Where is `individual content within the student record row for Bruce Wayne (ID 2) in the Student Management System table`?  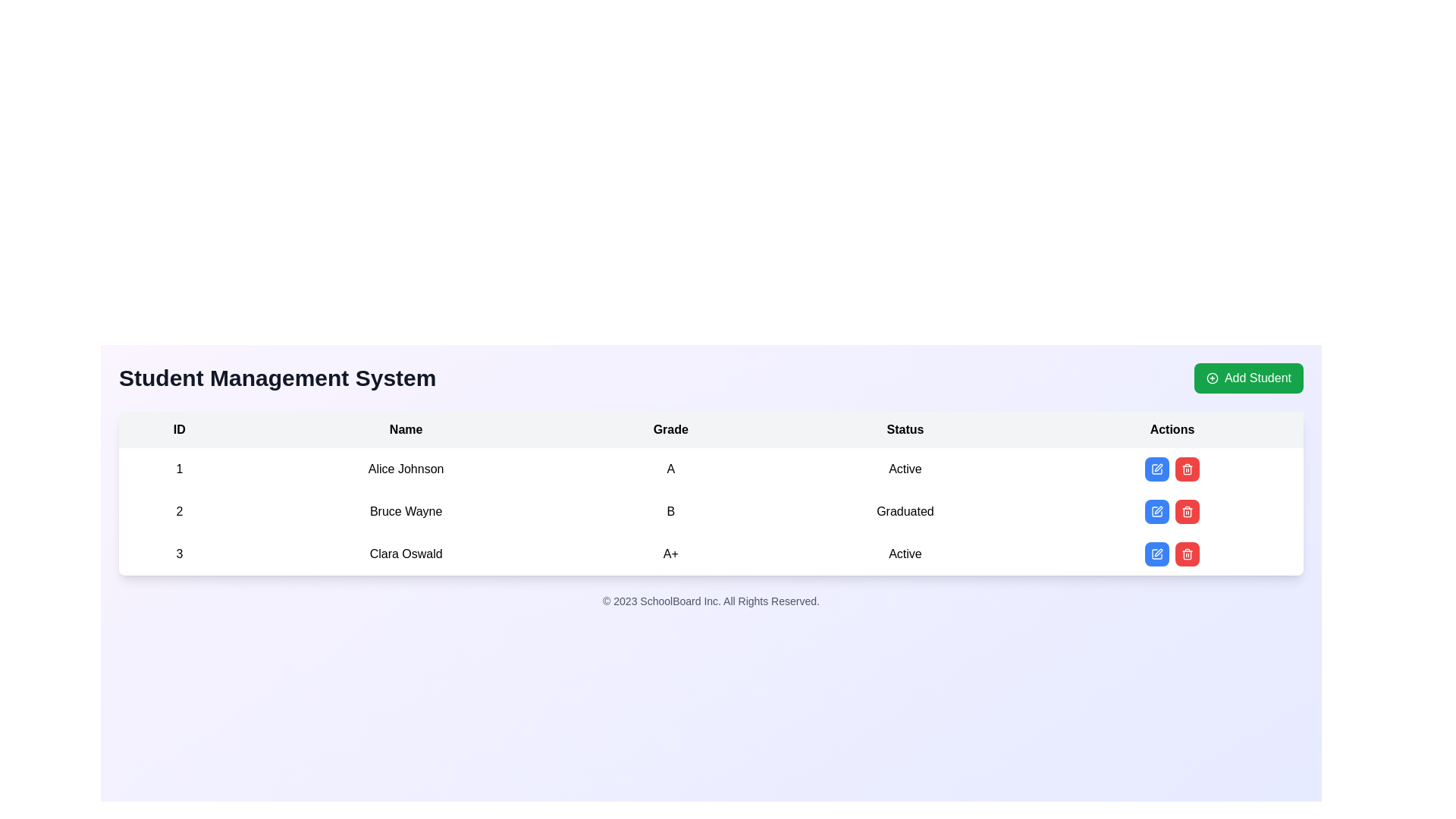 individual content within the student record row for Bruce Wayne (ID 2) in the Student Management System table is located at coordinates (710, 512).